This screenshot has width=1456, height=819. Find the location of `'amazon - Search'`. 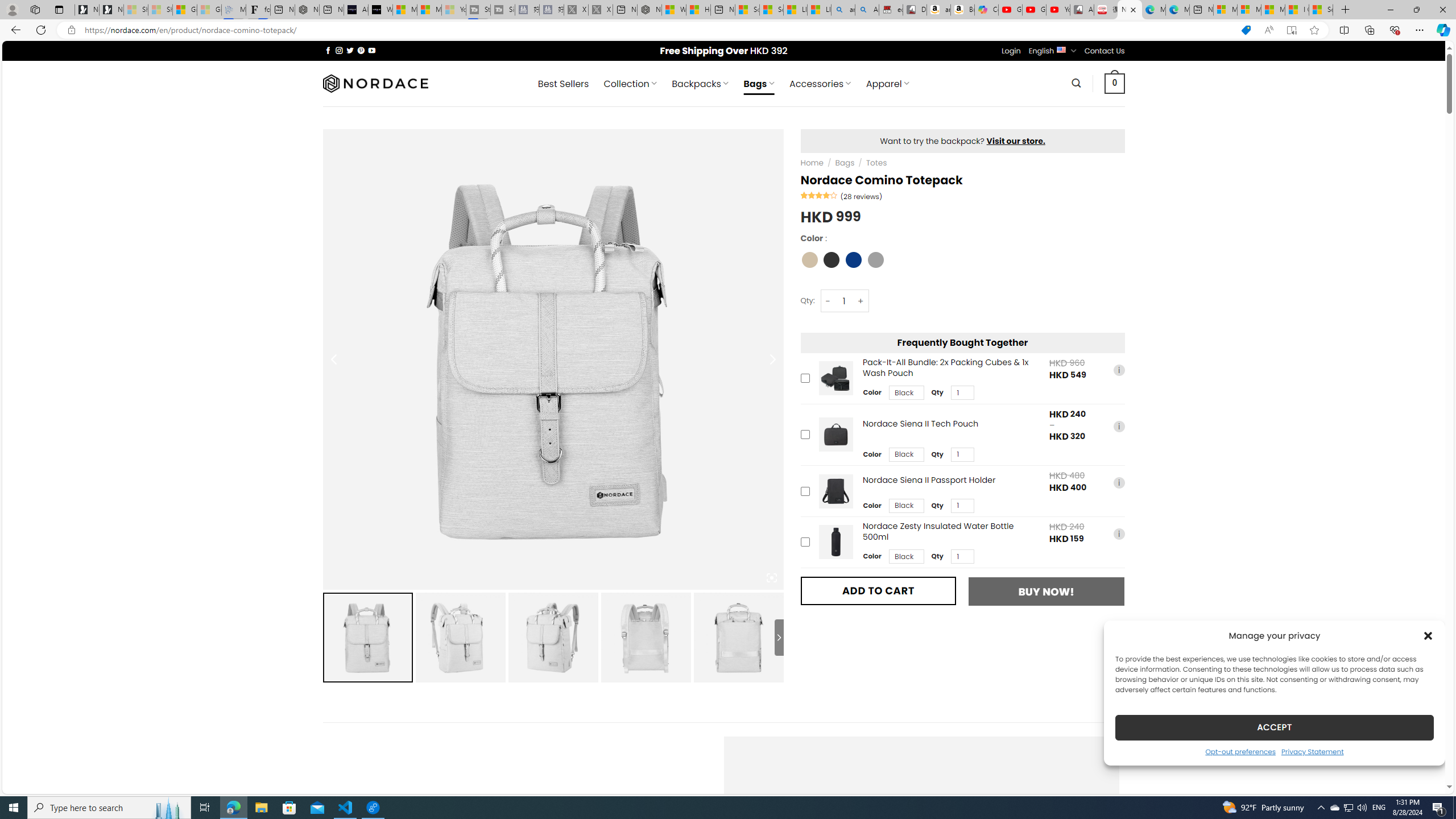

'amazon - Search' is located at coordinates (843, 9).